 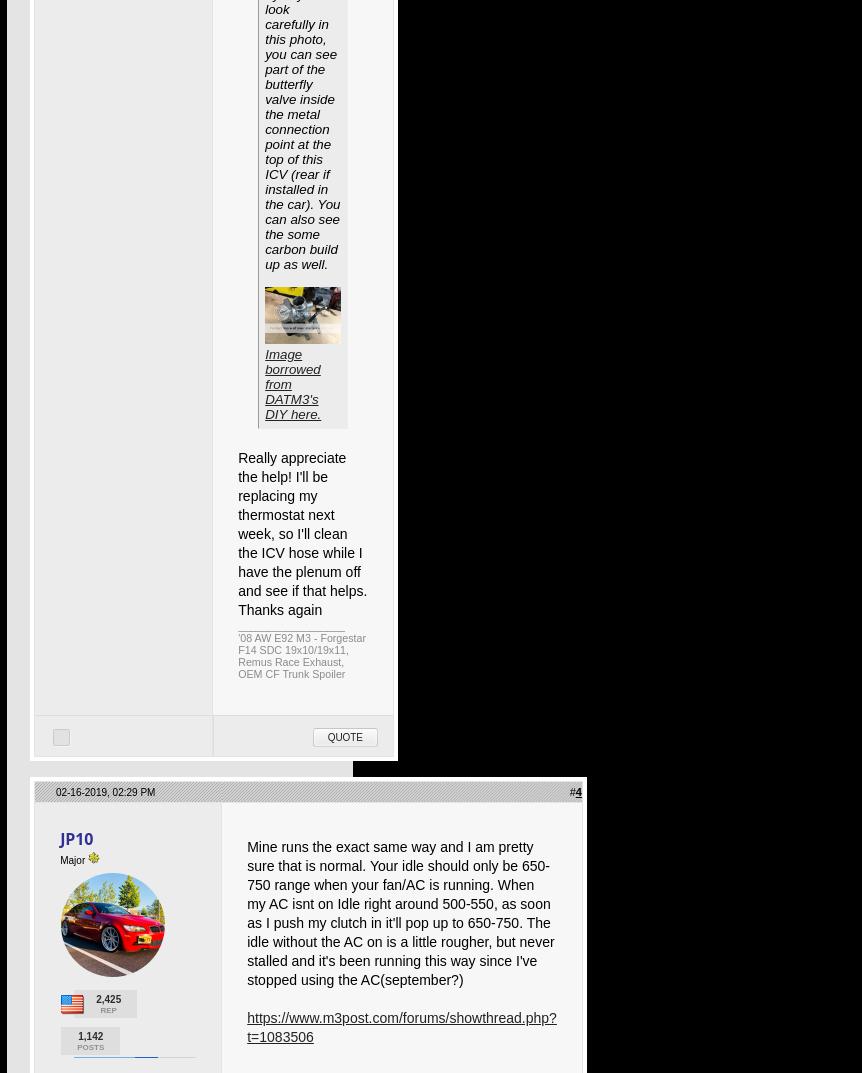 What do you see at coordinates (75, 837) in the screenshot?
I see `'JP10'` at bounding box center [75, 837].